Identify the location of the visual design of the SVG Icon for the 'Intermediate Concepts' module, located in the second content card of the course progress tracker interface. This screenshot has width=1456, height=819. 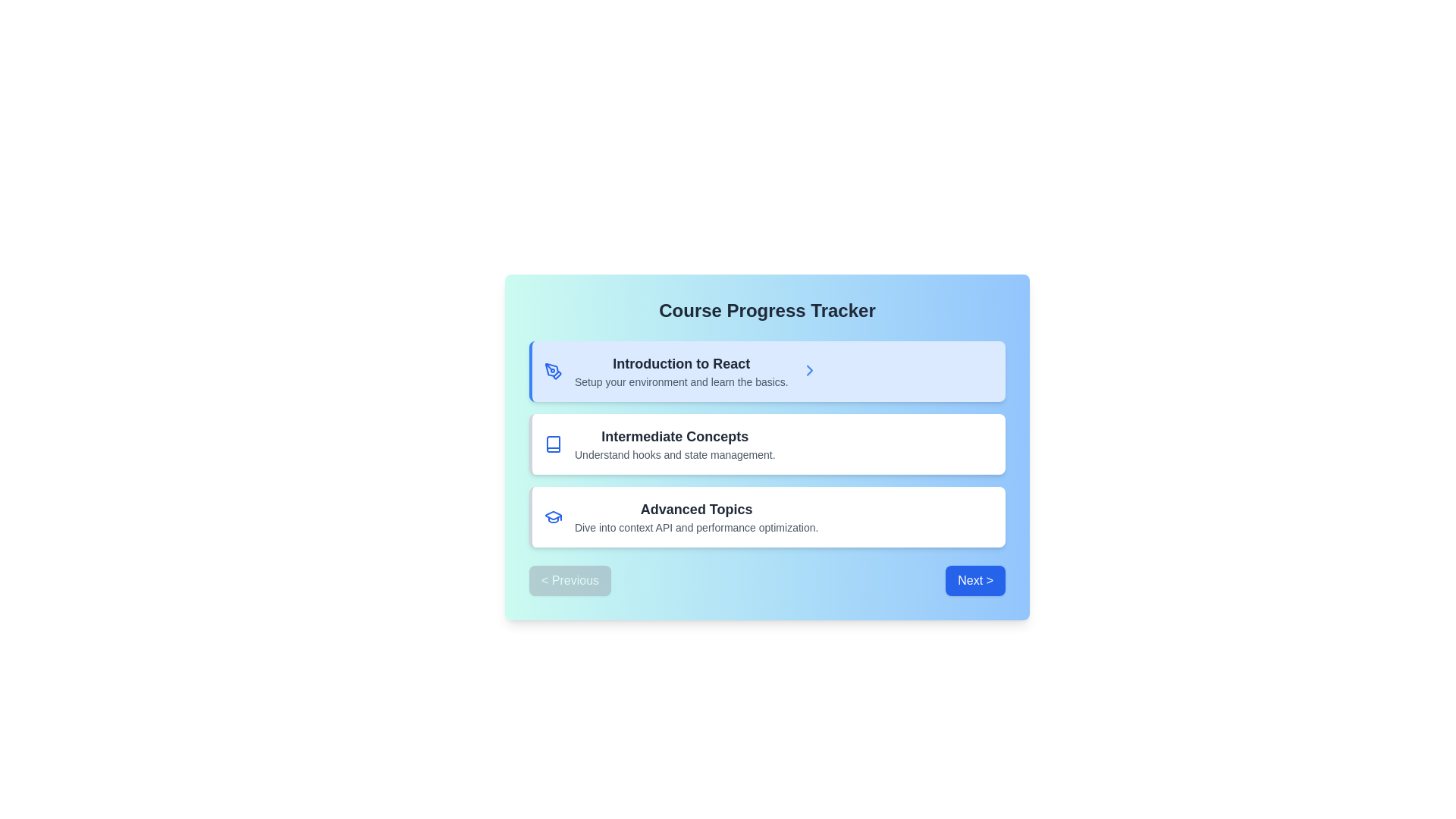
(552, 444).